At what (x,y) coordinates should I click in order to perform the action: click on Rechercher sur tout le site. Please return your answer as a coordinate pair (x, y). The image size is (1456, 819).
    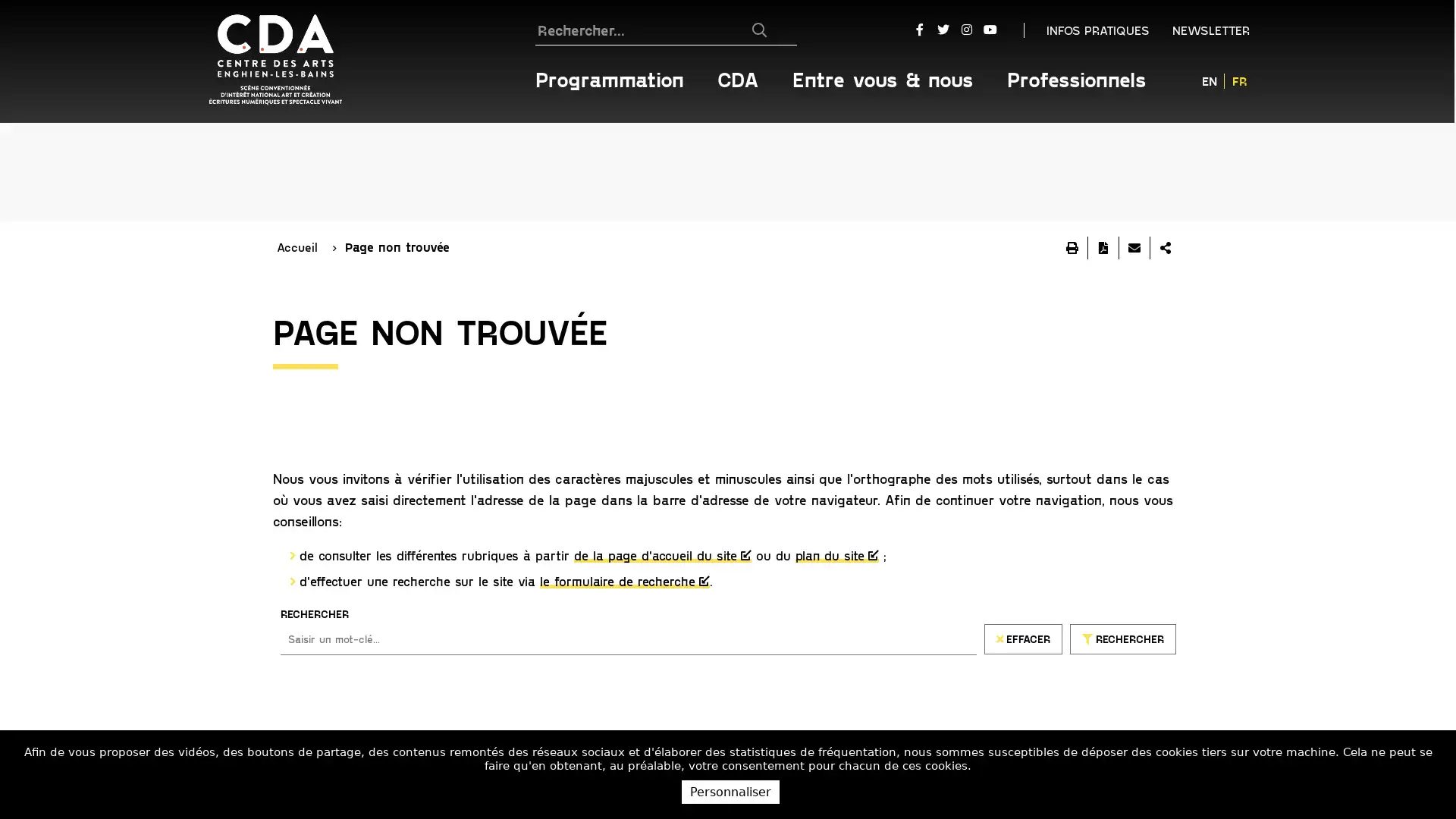
    Looking at the image, I should click on (767, 30).